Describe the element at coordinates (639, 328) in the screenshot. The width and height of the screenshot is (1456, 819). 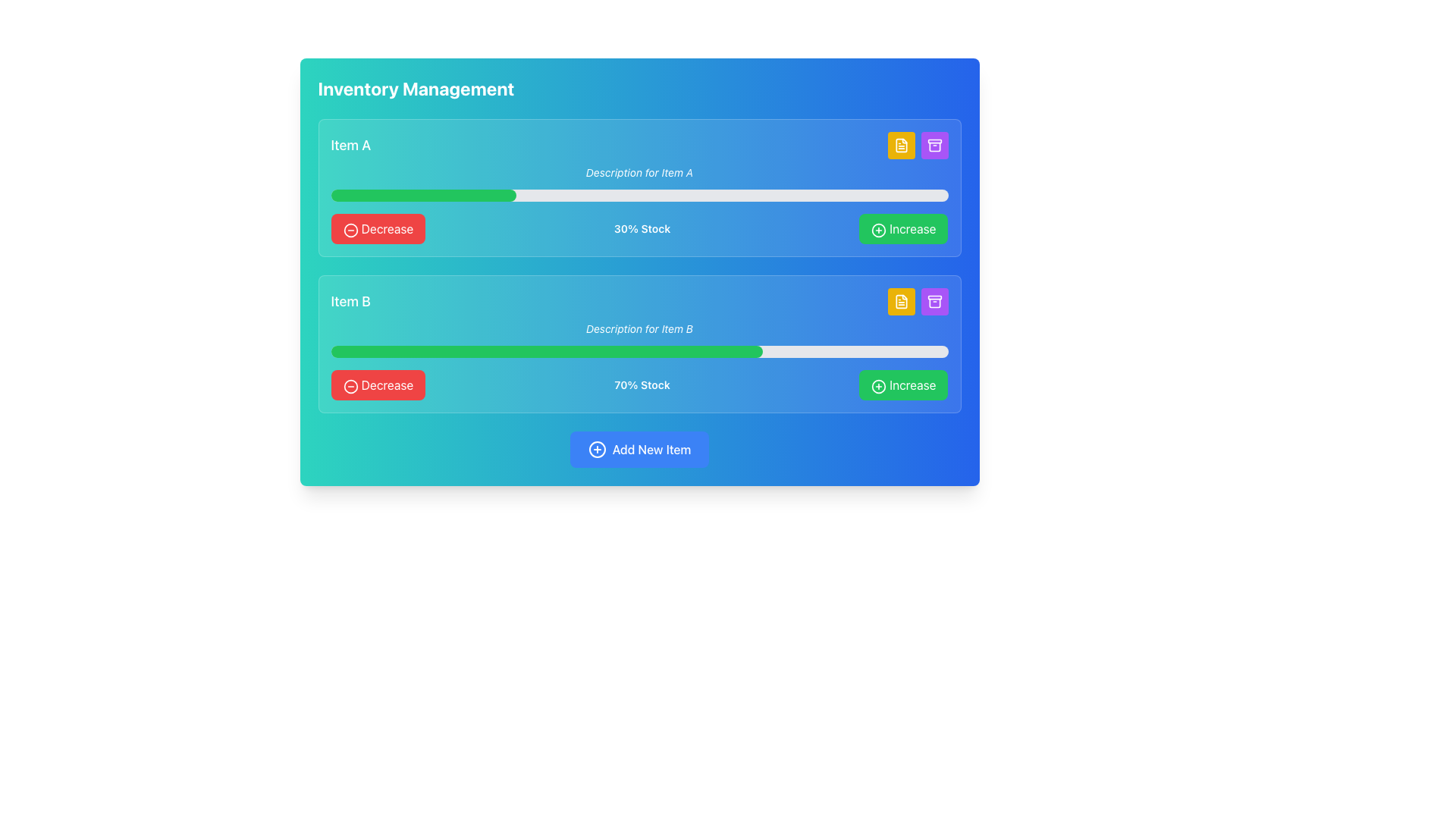
I see `the text label displaying 'Description for Item B', which is styled in italic and positioned above the progress bar labeled '70% Stock'` at that location.